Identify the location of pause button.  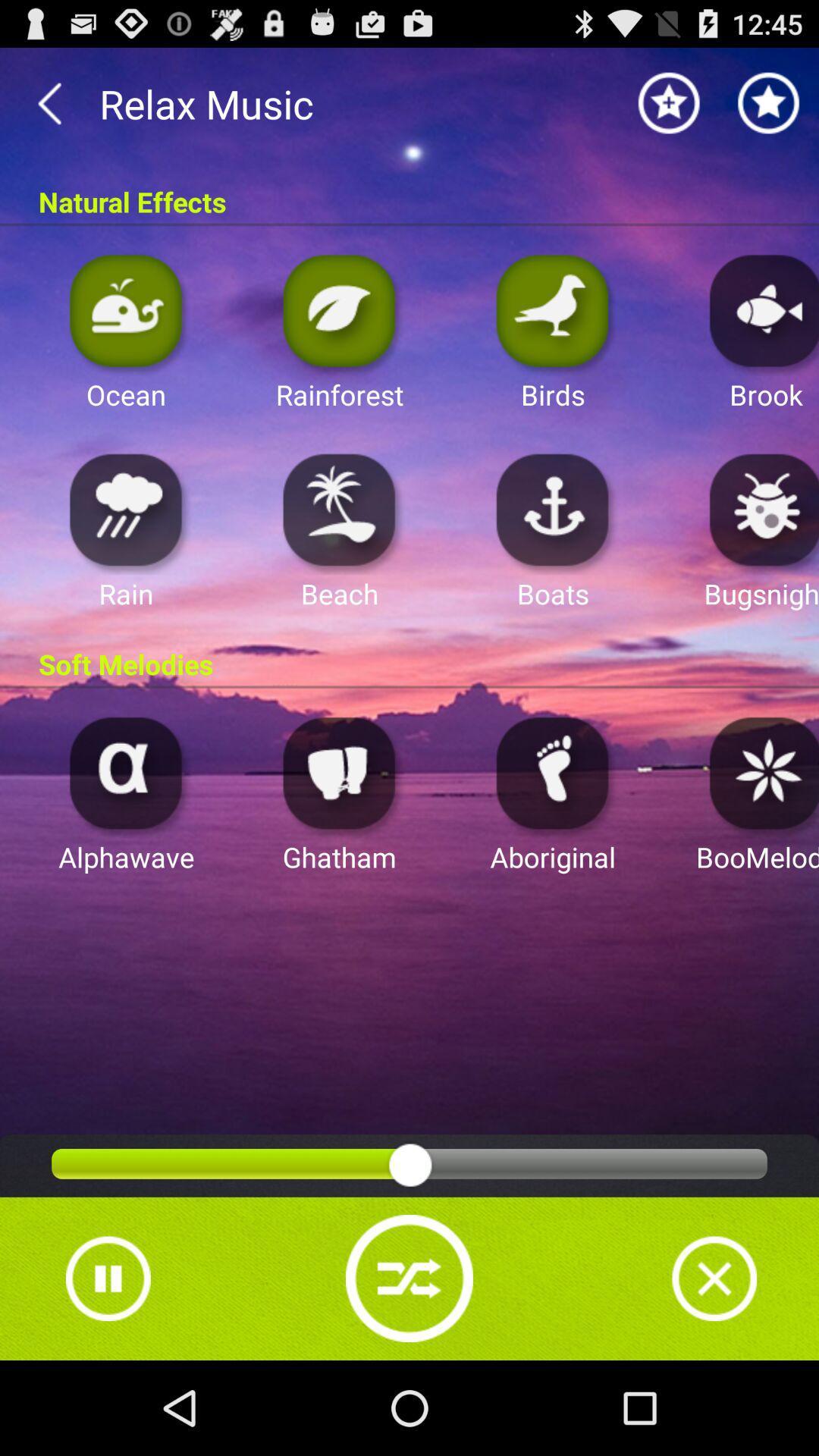
(107, 1278).